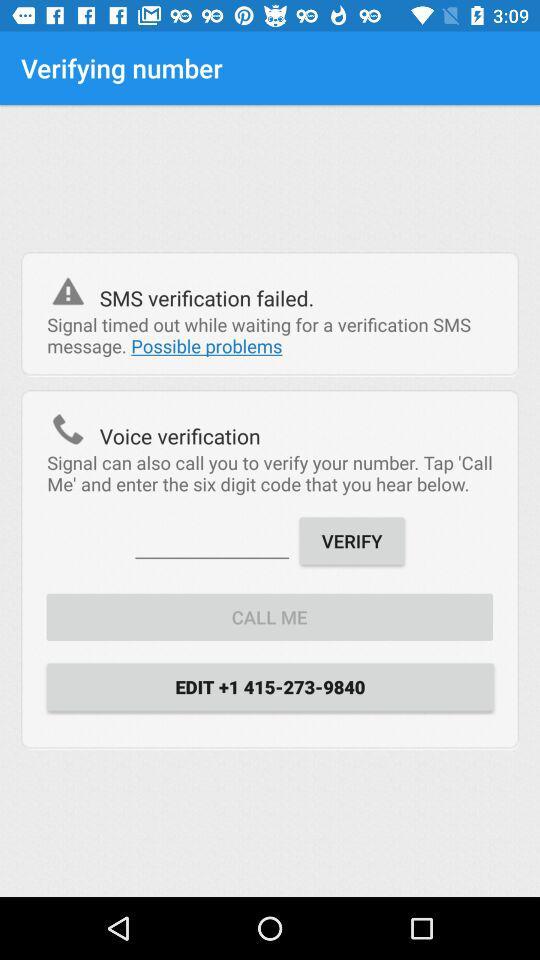 This screenshot has width=540, height=960. Describe the element at coordinates (211, 538) in the screenshot. I see `confirmation number` at that location.